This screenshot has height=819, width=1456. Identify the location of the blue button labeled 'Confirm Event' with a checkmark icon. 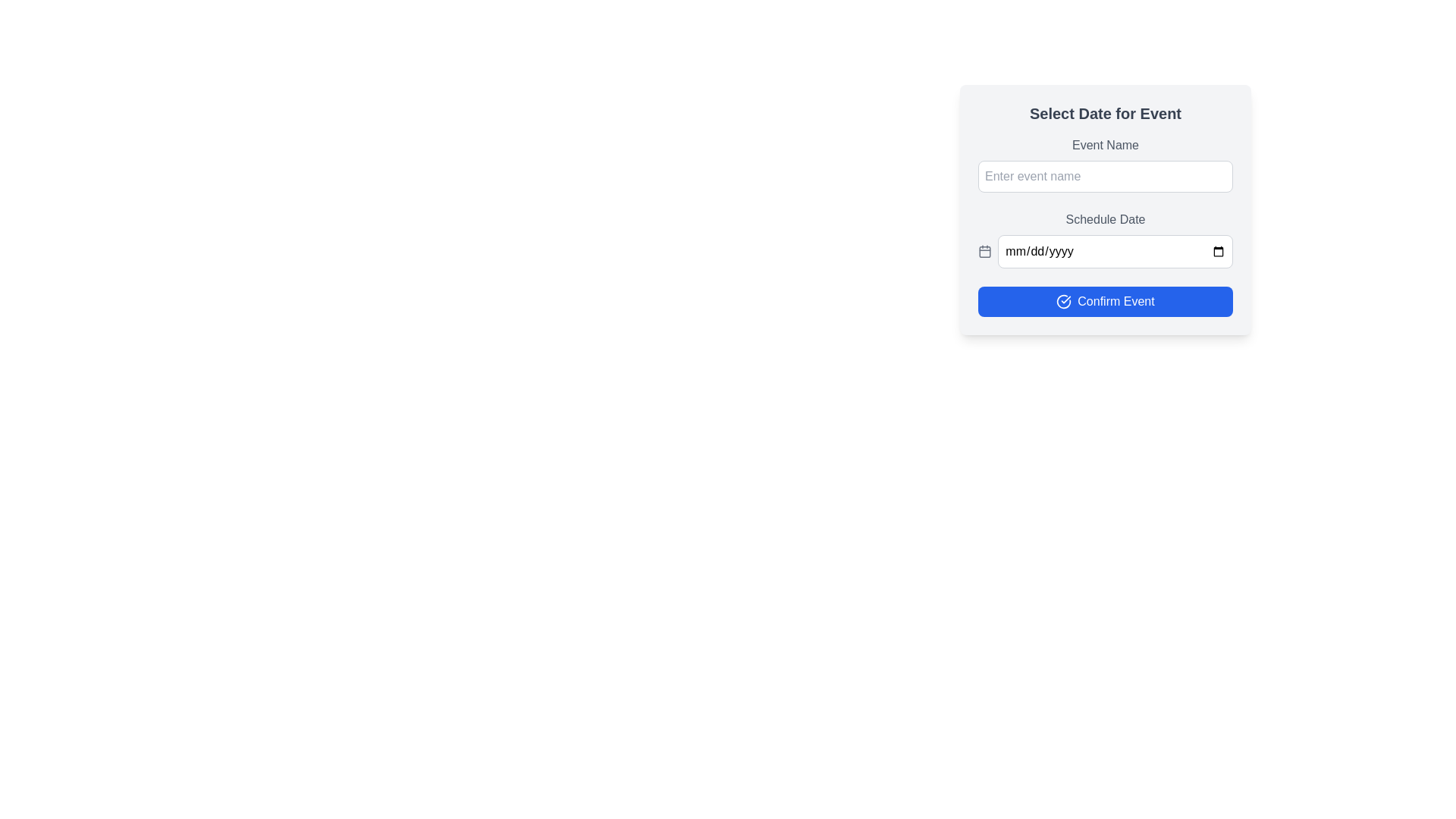
(1106, 301).